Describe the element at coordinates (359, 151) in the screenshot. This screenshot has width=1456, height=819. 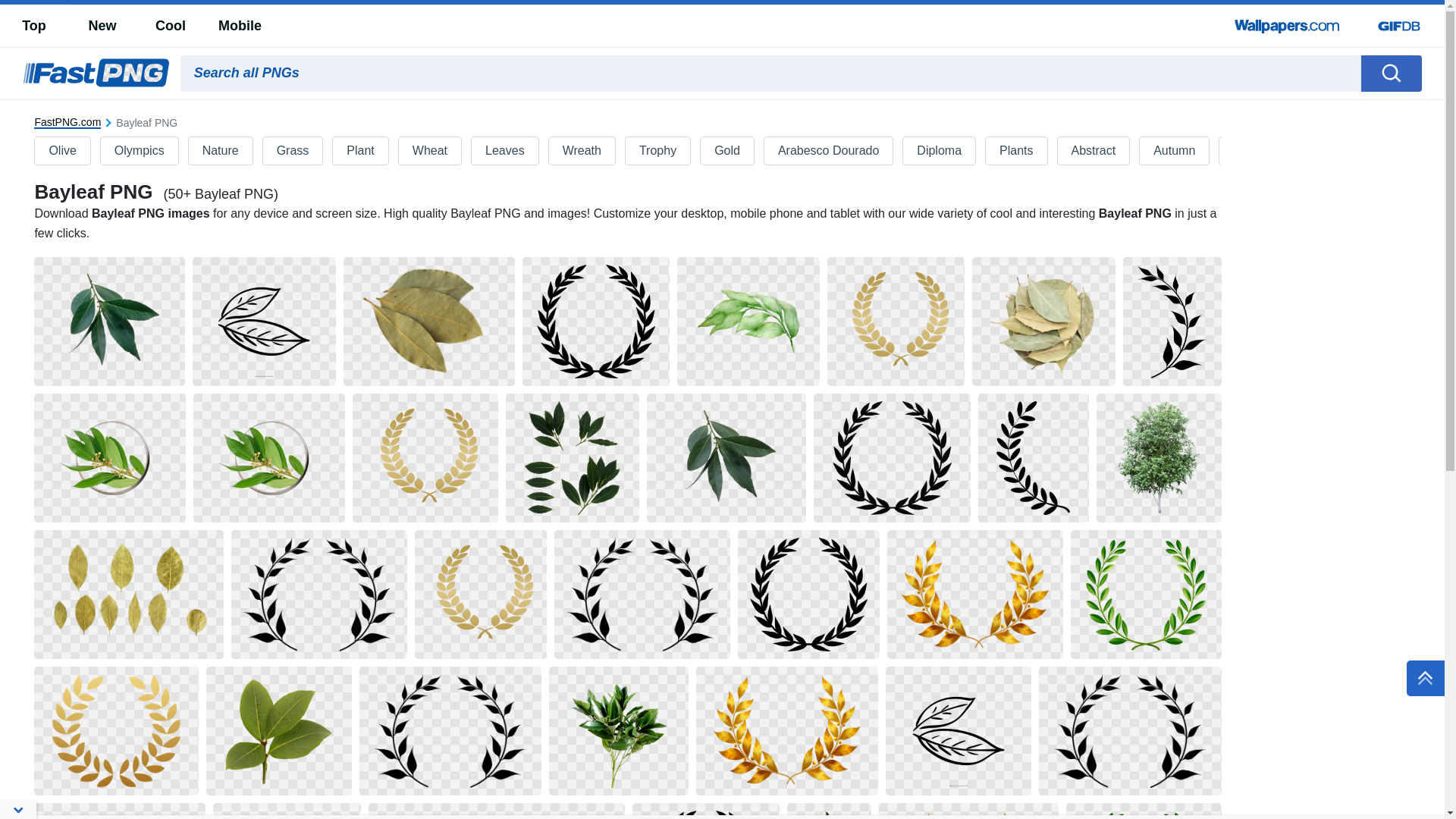
I see `'Plant'` at that location.